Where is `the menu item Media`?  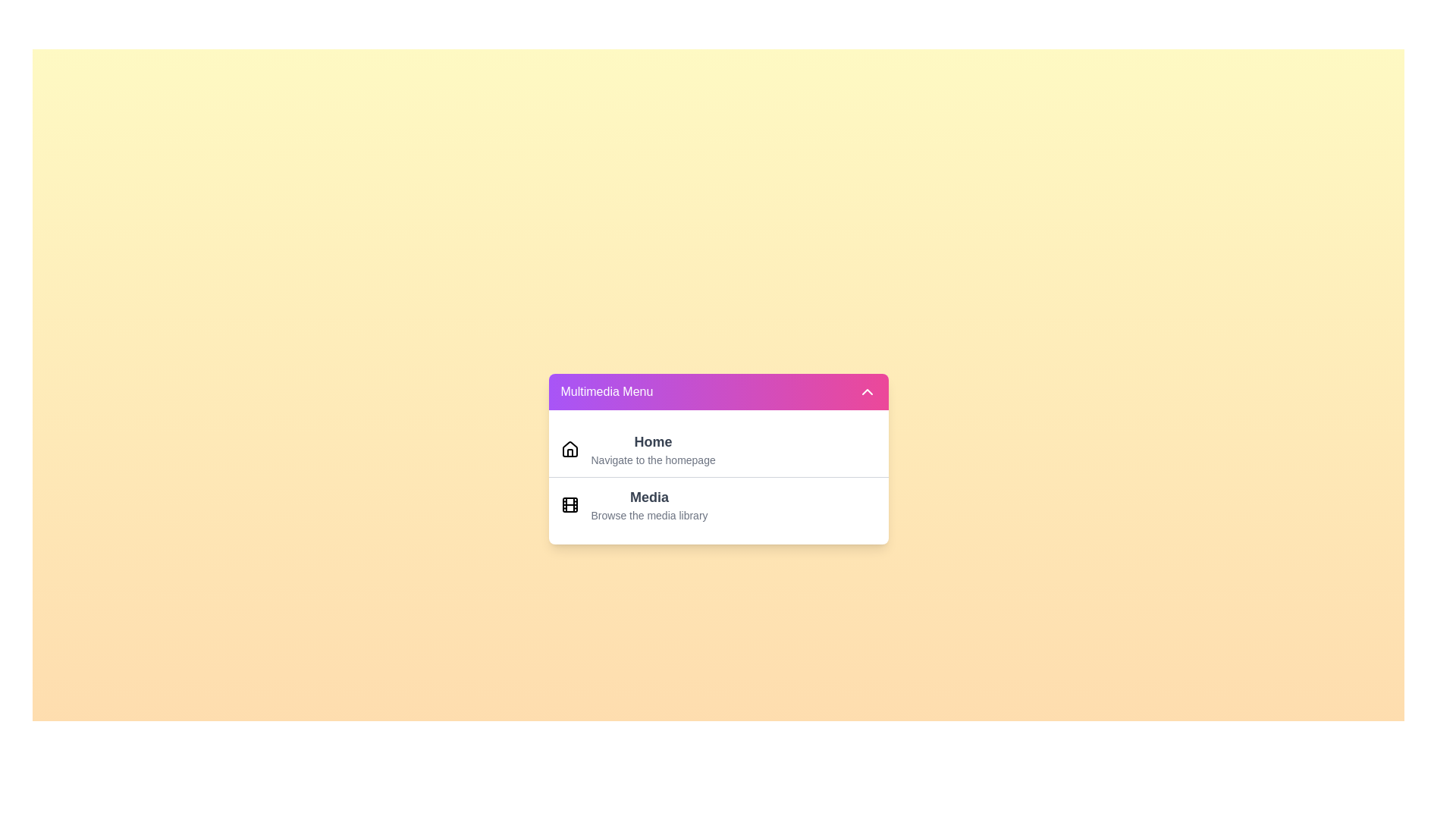
the menu item Media is located at coordinates (649, 504).